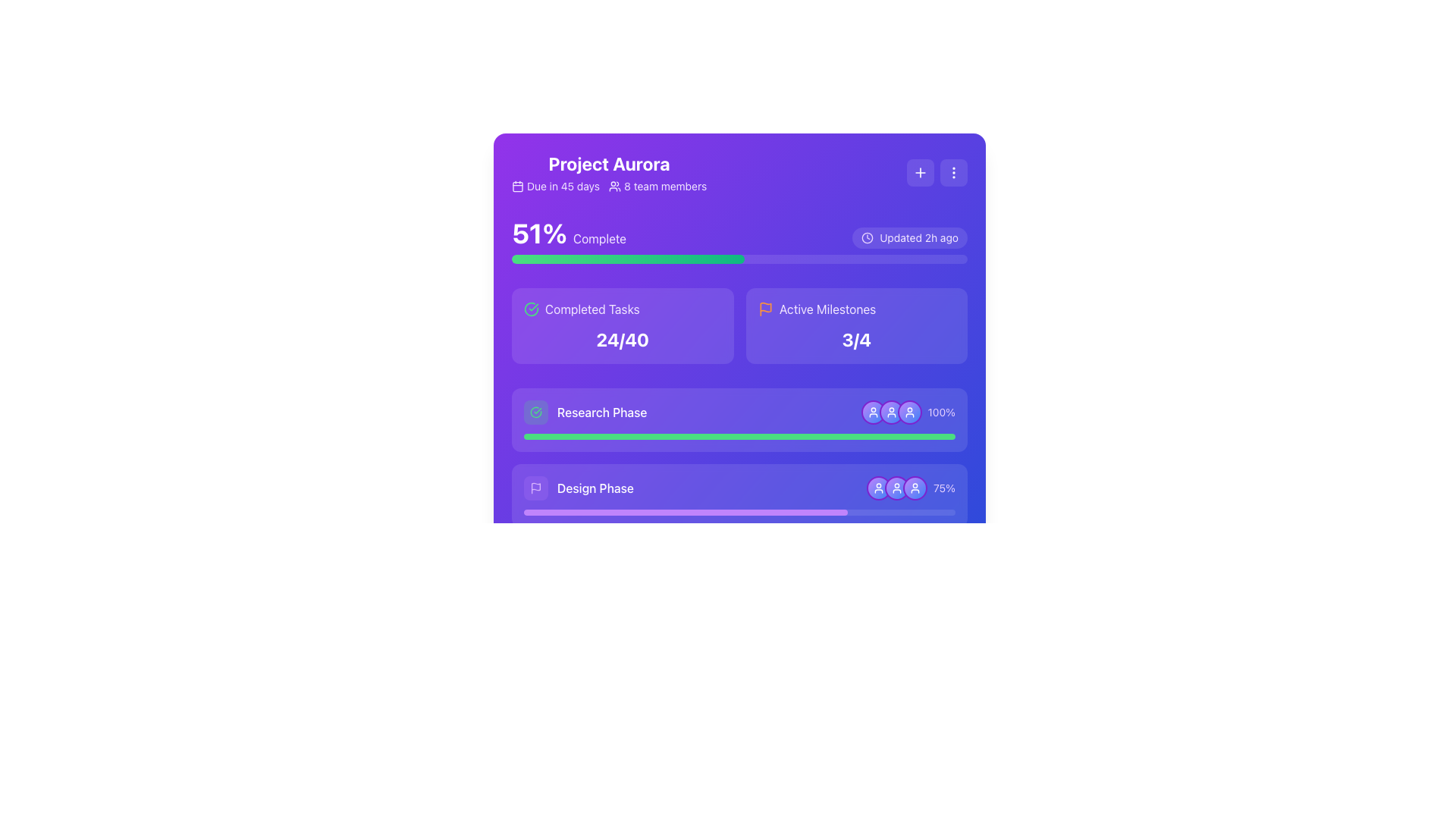 This screenshot has width=1456, height=819. What do you see at coordinates (623, 309) in the screenshot?
I see `the label that describes the section for completed tasks, positioned near the top-left part of its box` at bounding box center [623, 309].